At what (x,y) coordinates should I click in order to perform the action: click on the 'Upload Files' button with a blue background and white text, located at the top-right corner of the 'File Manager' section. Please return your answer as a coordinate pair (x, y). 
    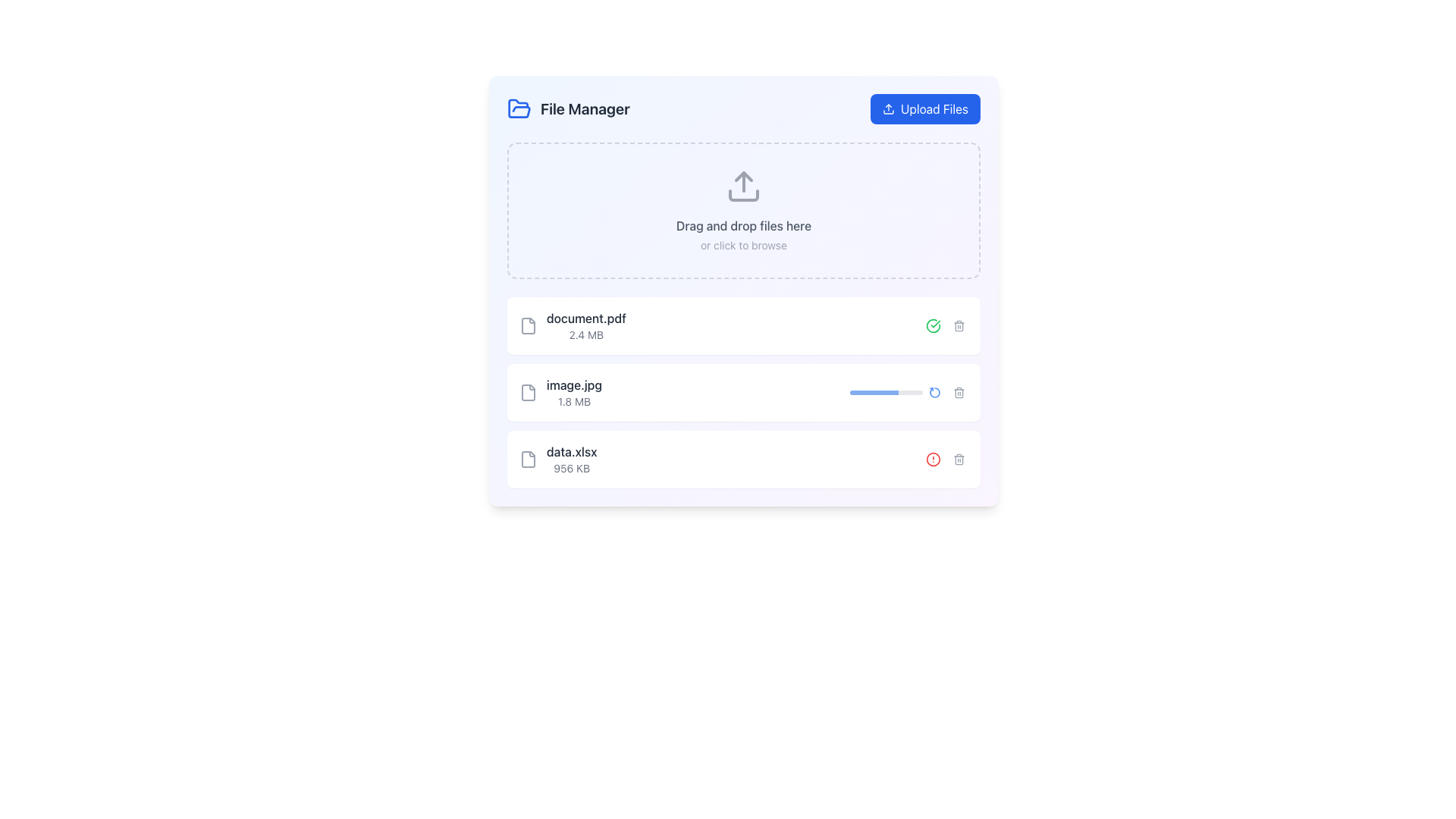
    Looking at the image, I should click on (924, 108).